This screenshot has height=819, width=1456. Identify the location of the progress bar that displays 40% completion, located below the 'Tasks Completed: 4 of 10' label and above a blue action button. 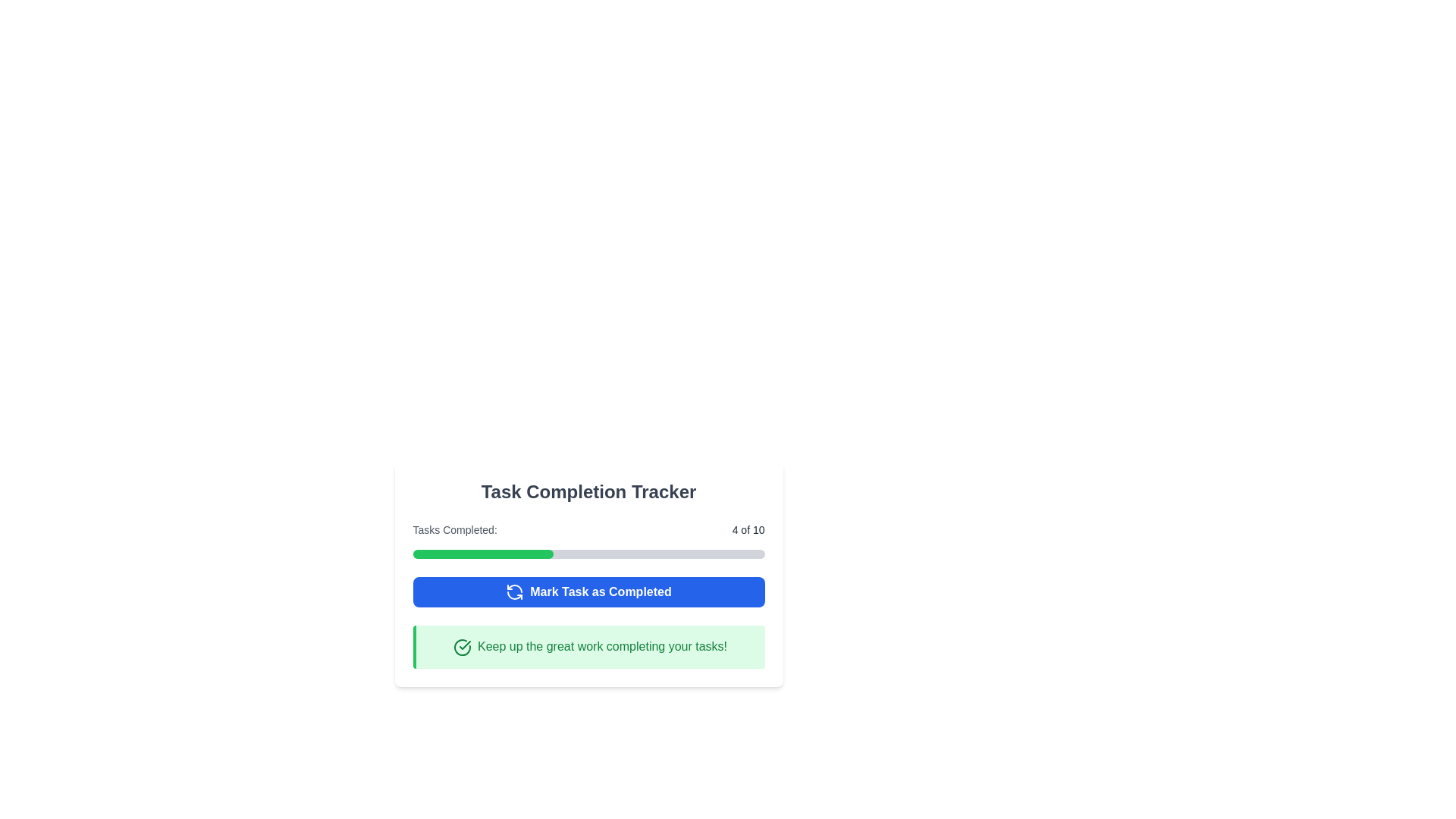
(588, 554).